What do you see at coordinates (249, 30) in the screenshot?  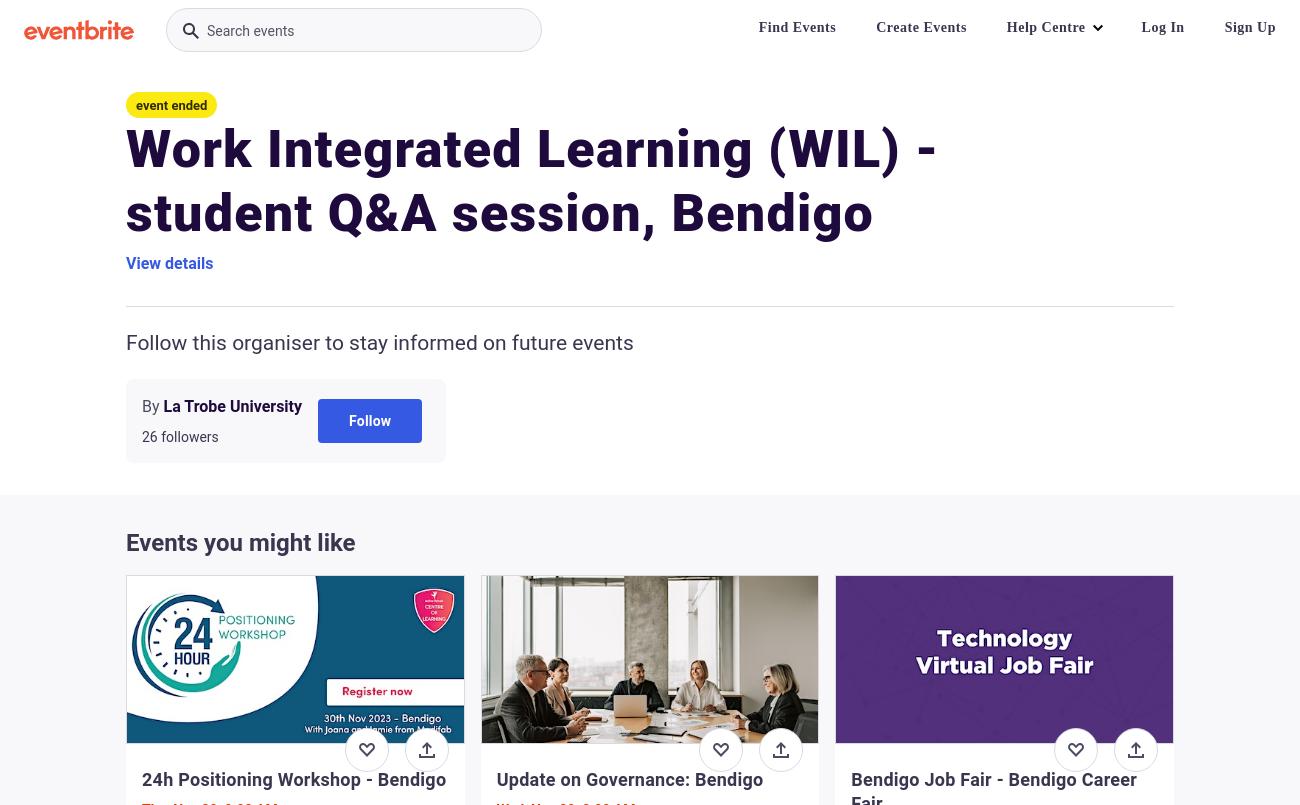 I see `'Search events'` at bounding box center [249, 30].